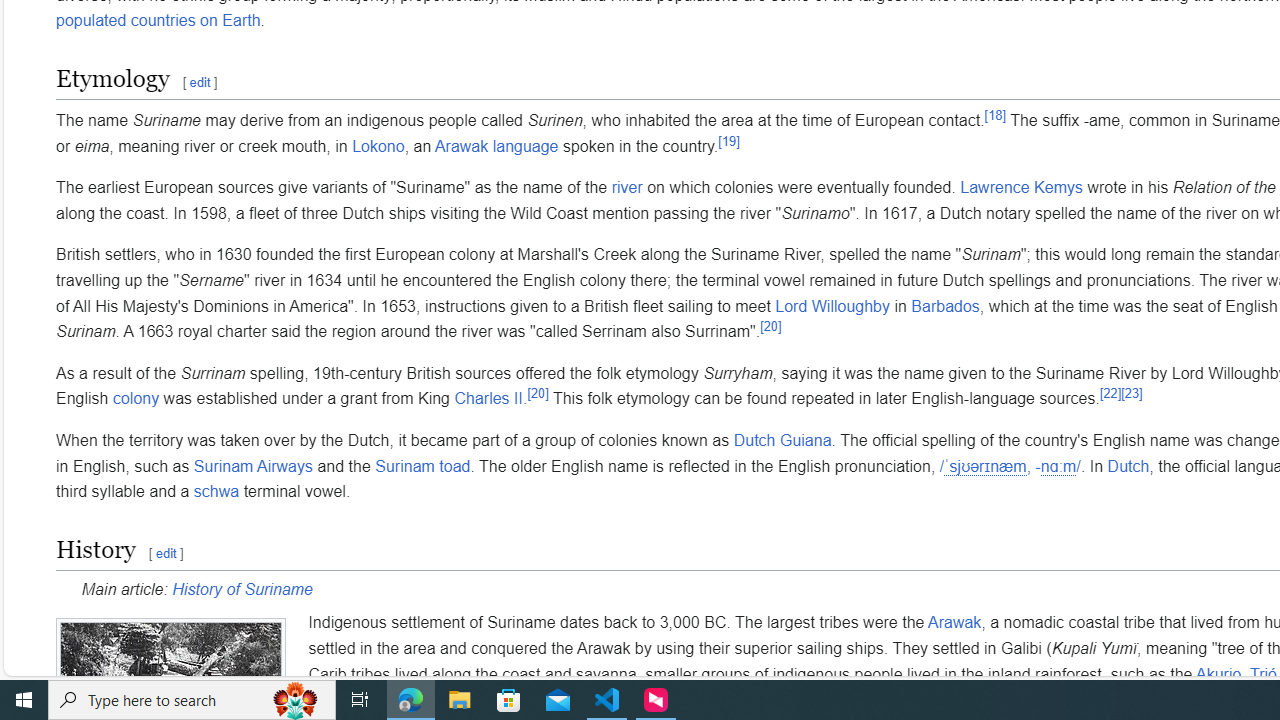 The image size is (1280, 720). I want to click on 'Lord Willoughby', so click(832, 306).